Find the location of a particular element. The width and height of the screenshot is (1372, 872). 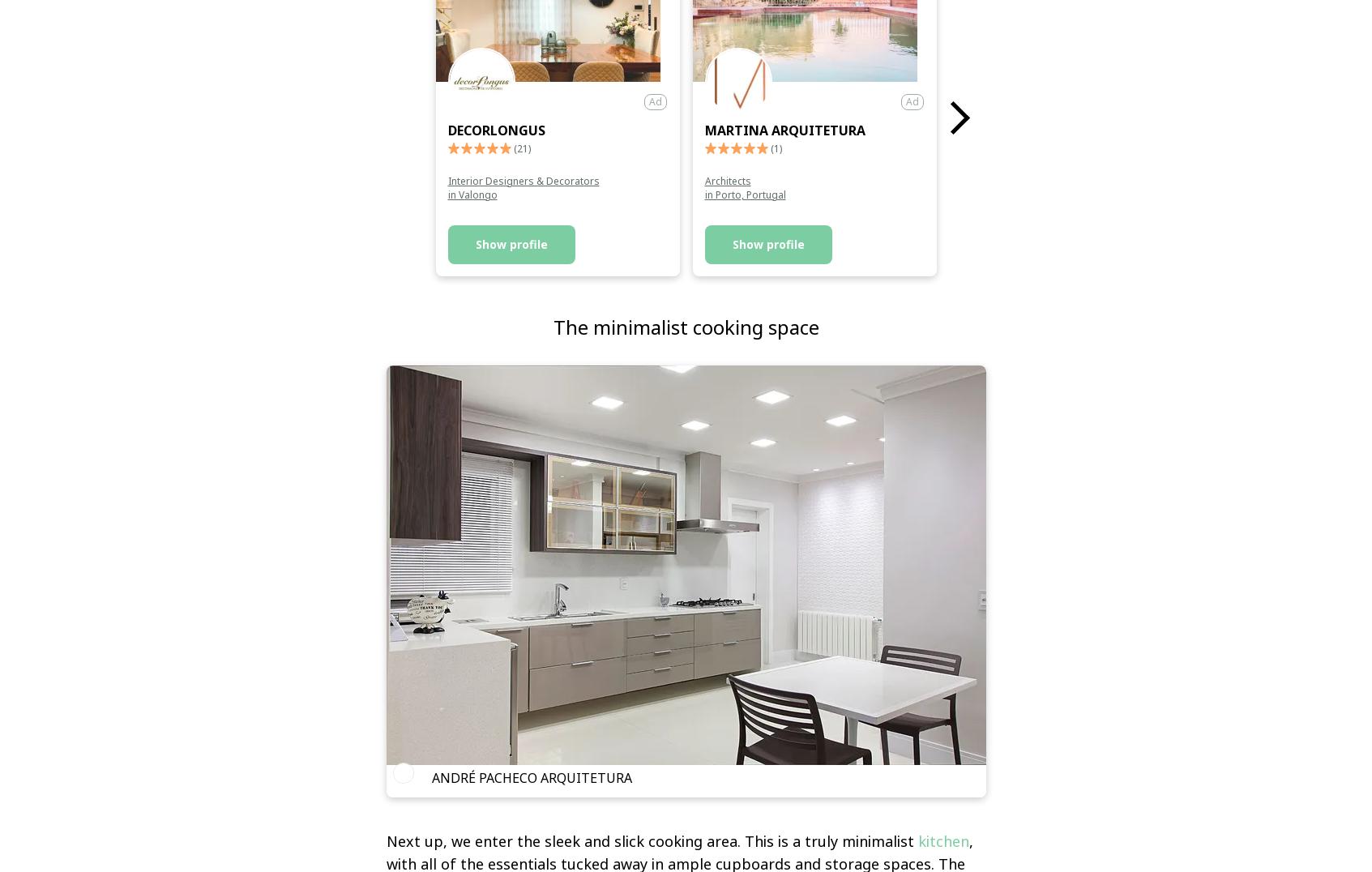

'Martina Arquitetura' is located at coordinates (784, 130).